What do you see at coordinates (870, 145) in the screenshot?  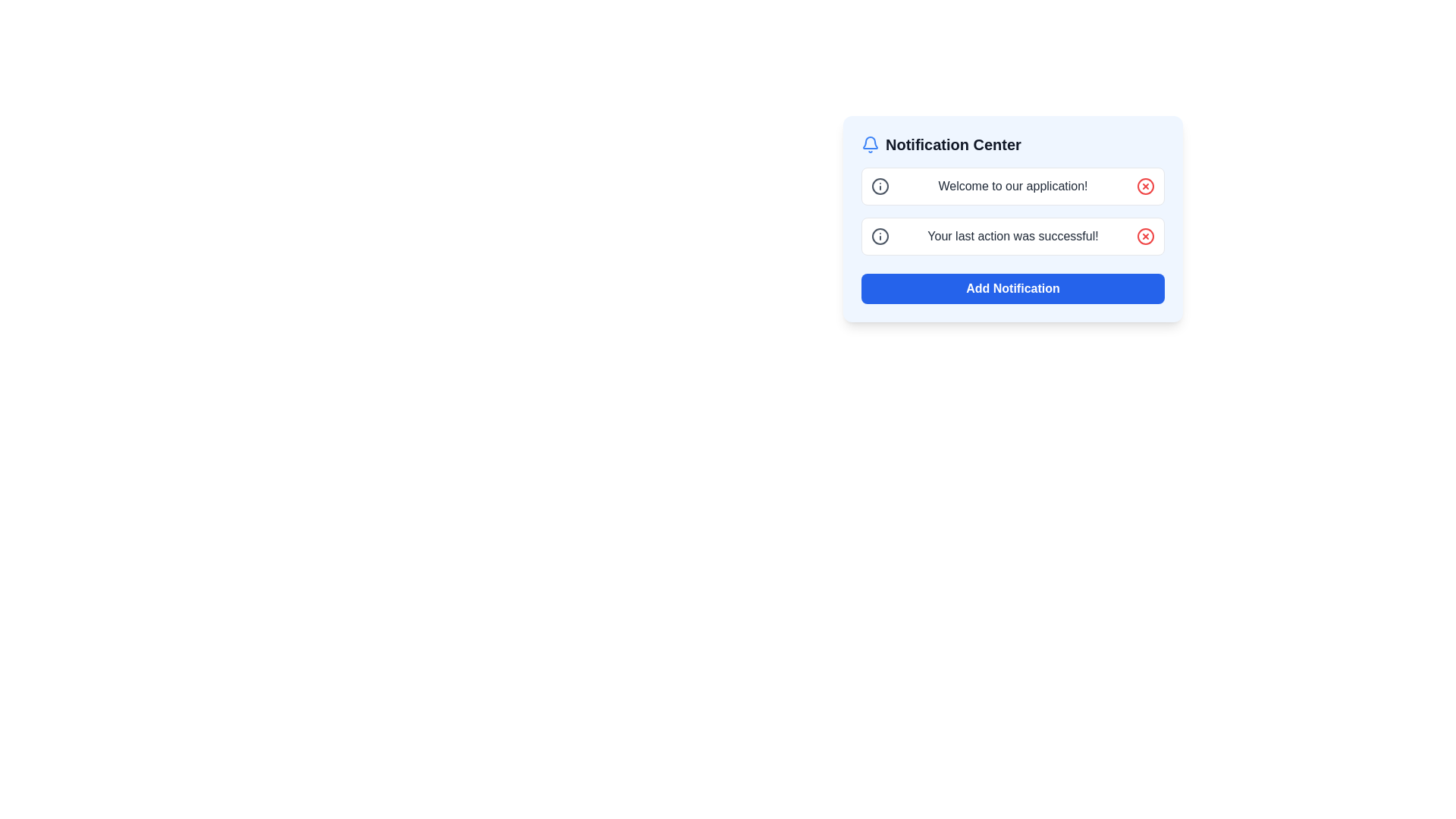 I see `the bell icon that indicates notifications, located at the top-left corner of the 'Notification Center' section` at bounding box center [870, 145].